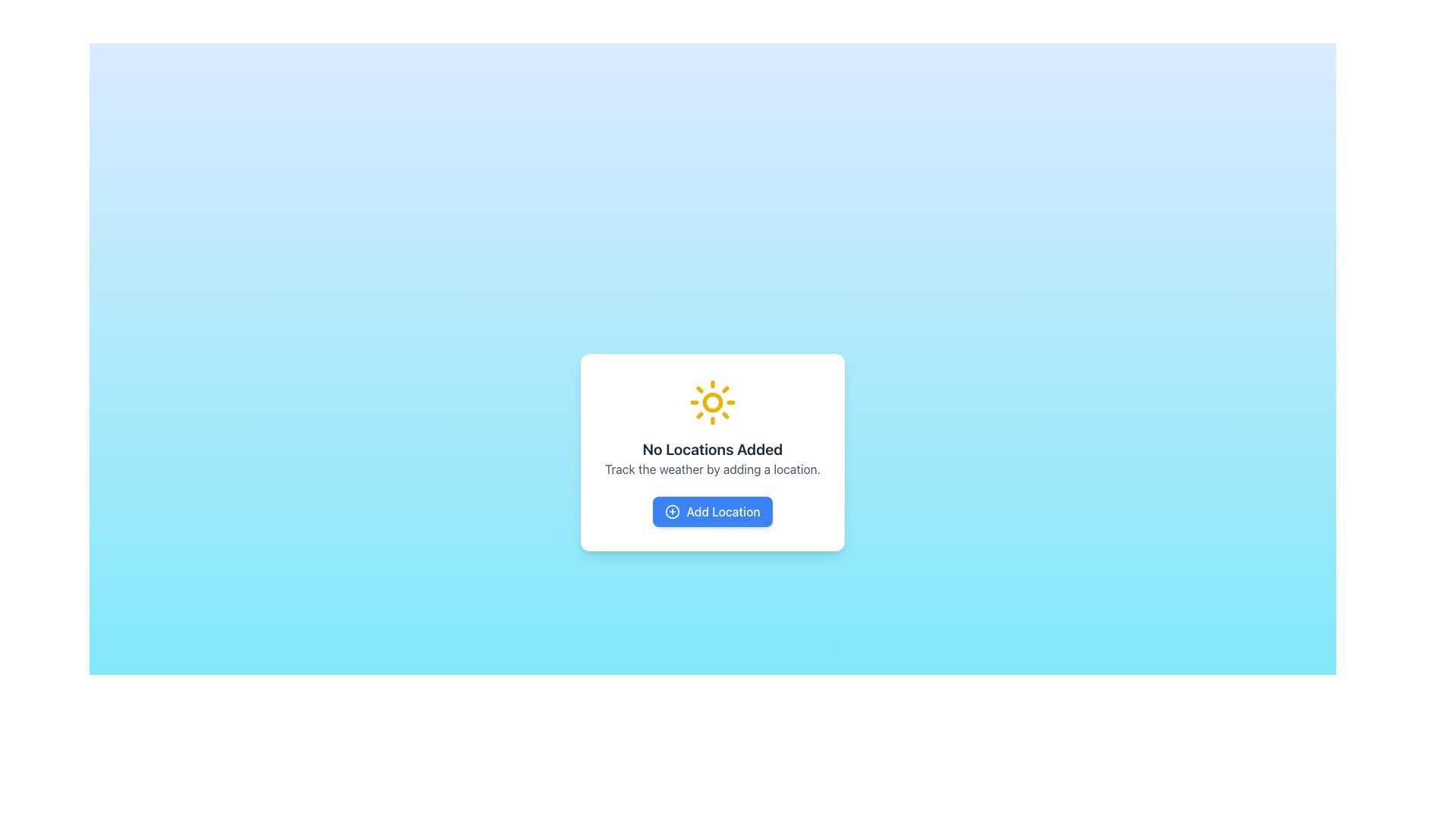 Image resolution: width=1456 pixels, height=819 pixels. I want to click on the informational block that indicates no locations have been added for weather tracking, which is located above the 'Add Location' button, so click(712, 428).